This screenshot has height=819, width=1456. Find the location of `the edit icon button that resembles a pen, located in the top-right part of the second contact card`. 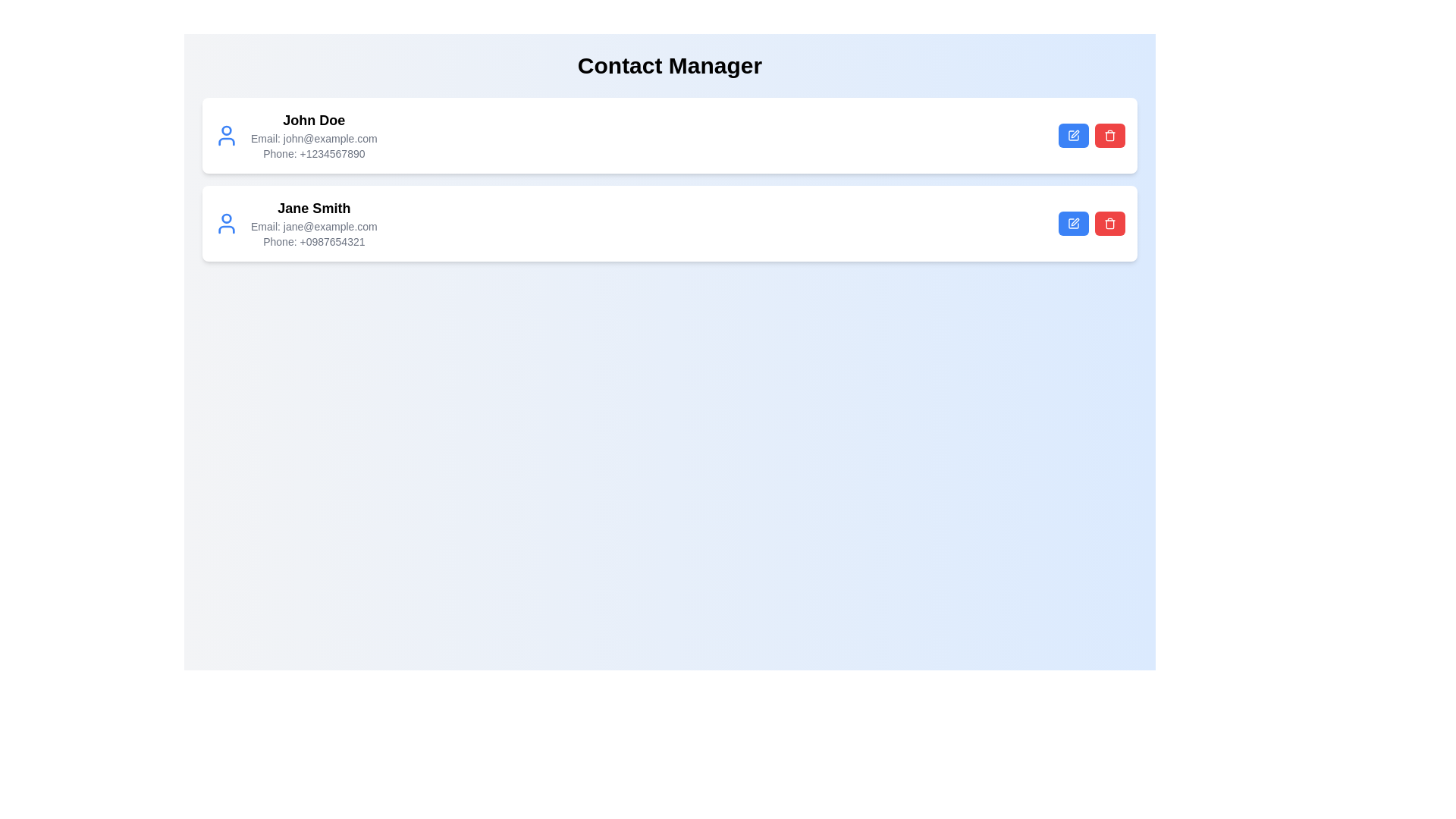

the edit icon button that resembles a pen, located in the top-right part of the second contact card is located at coordinates (1073, 223).